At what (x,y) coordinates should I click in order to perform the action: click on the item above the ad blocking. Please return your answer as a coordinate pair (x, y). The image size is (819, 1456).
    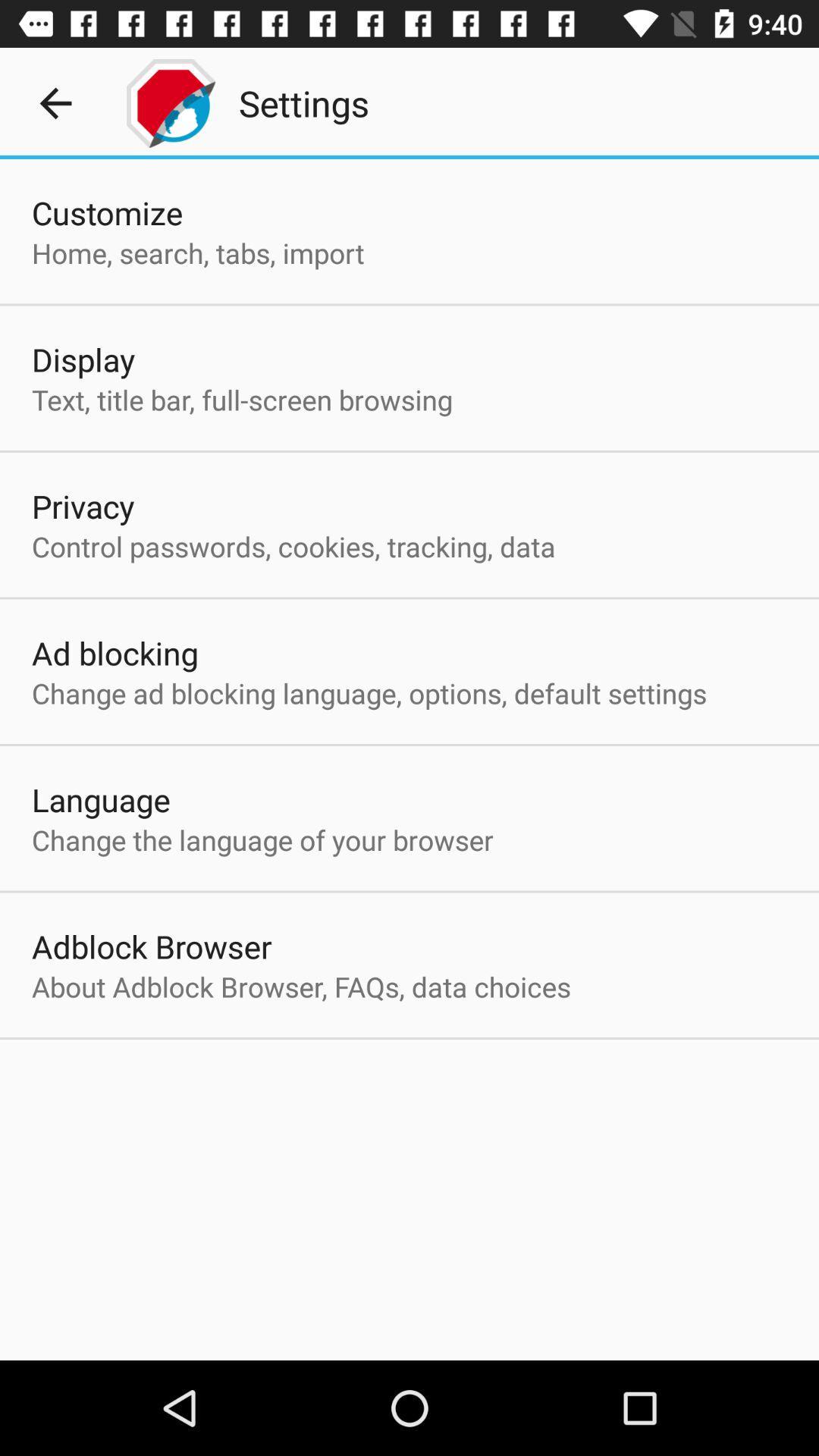
    Looking at the image, I should click on (293, 546).